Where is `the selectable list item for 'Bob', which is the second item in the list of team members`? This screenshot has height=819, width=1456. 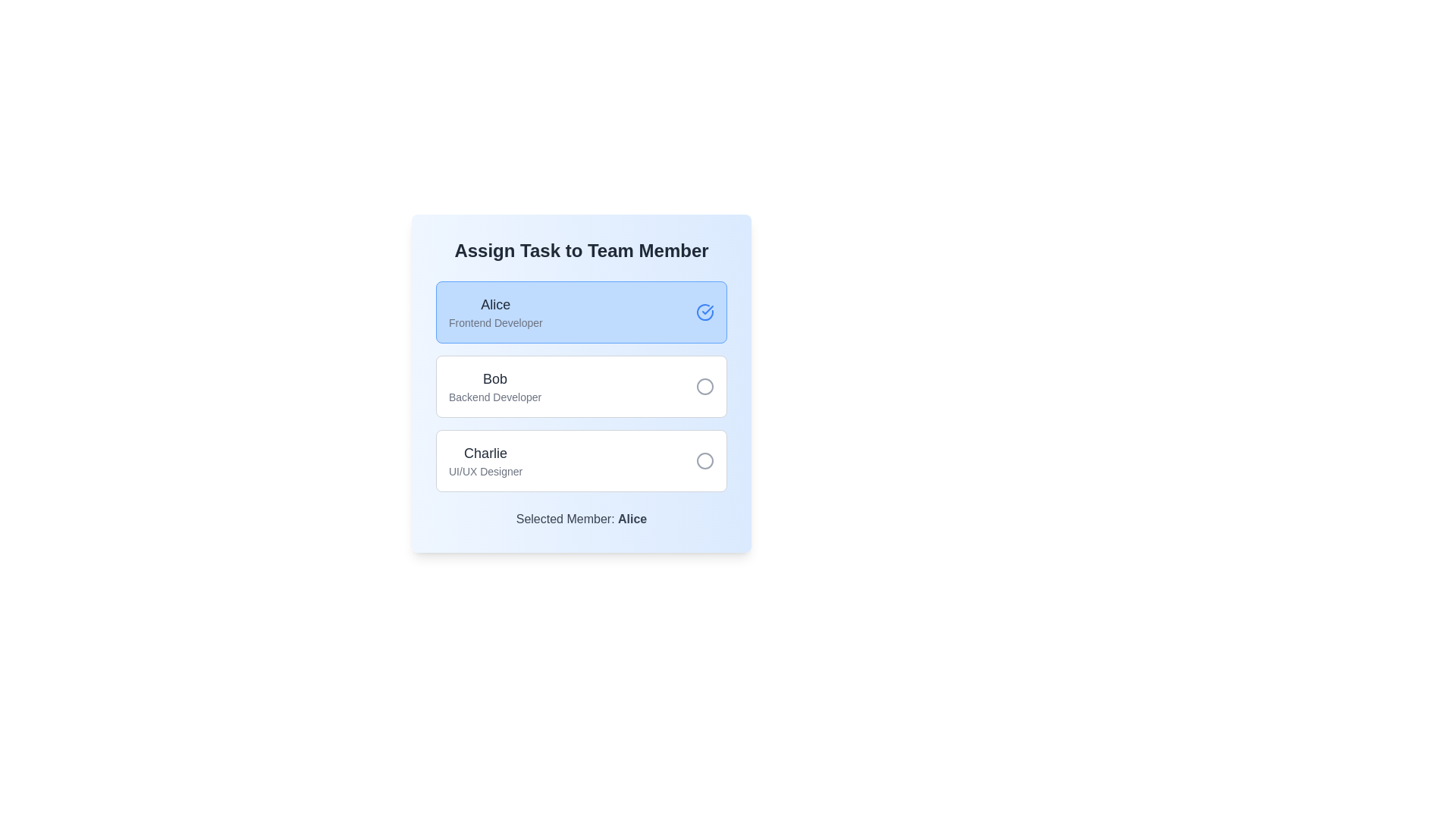 the selectable list item for 'Bob', which is the second item in the list of team members is located at coordinates (581, 385).